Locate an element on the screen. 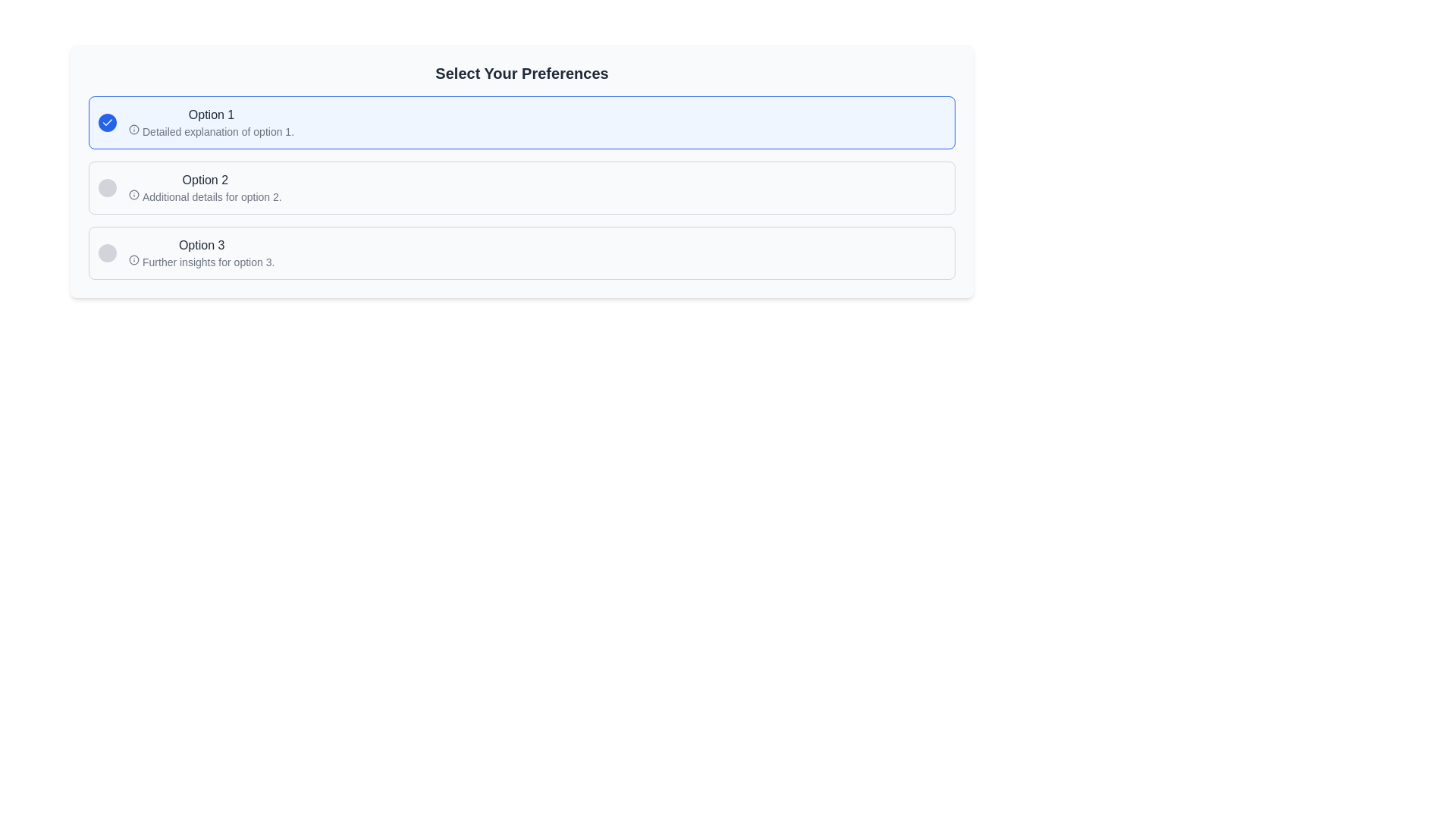 The image size is (1456, 819). the SVG circle element that is part of the informational icon located to the left of the text 'Option 1' is located at coordinates (134, 259).